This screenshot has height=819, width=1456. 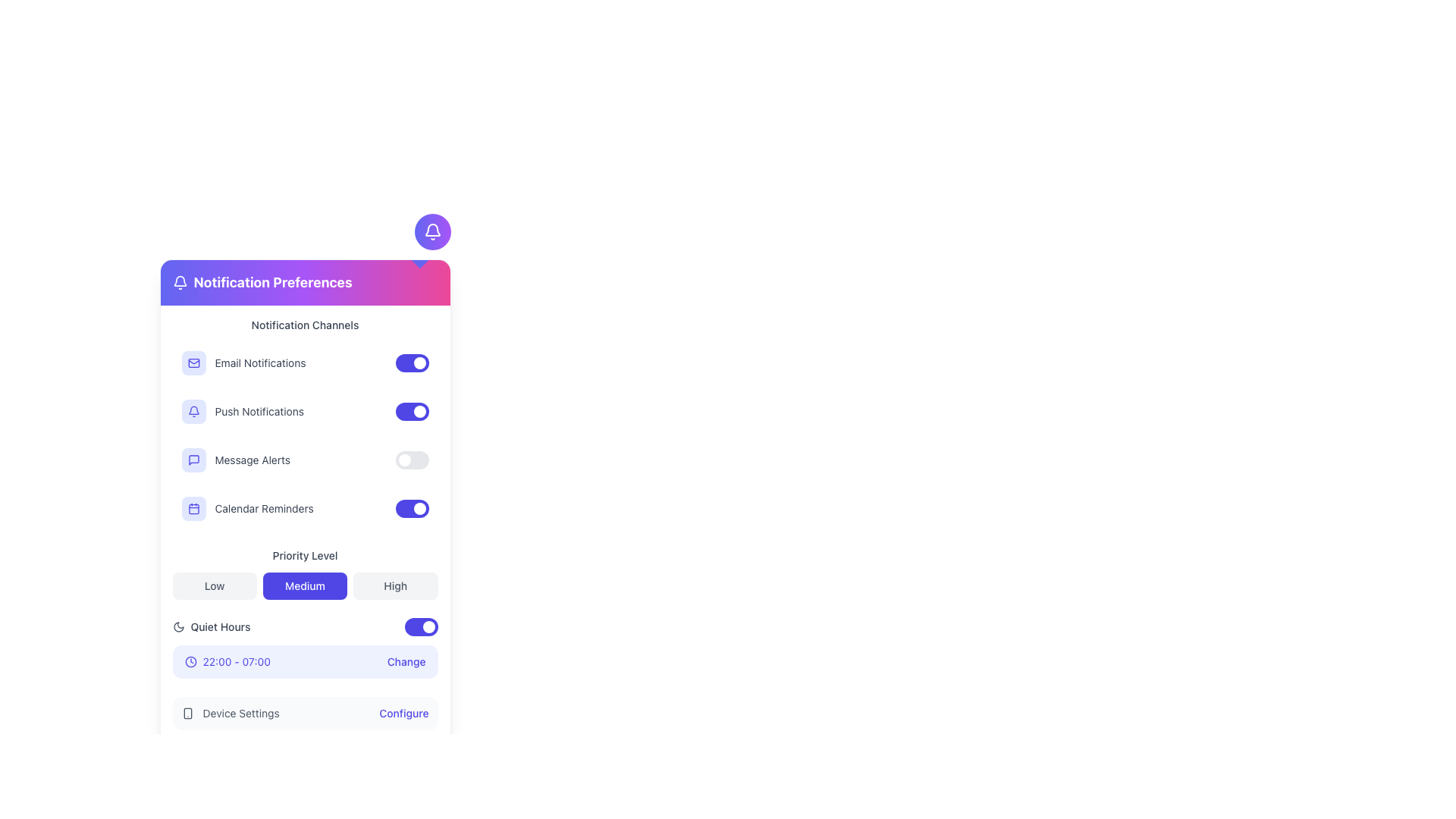 I want to click on the small circular white toggle knob located near the bottom of the interface within the 'Quiet Hours' toggle switch, so click(x=428, y=626).